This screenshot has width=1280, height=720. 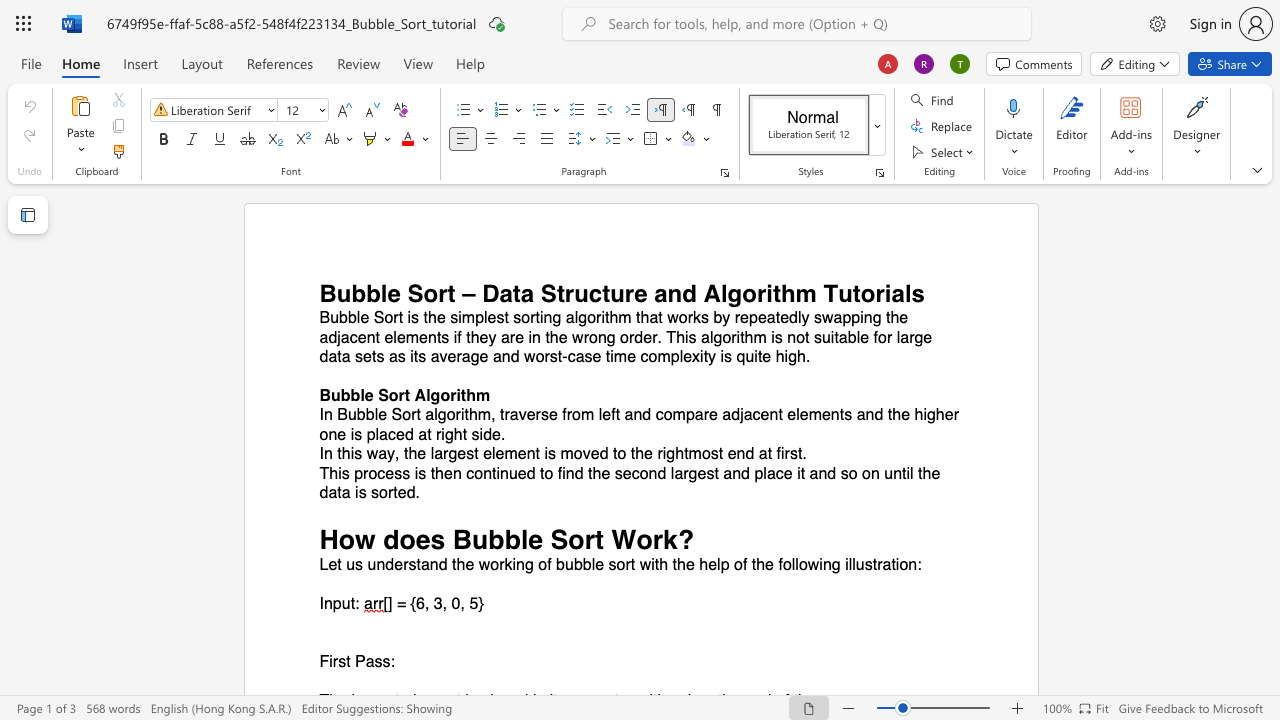 I want to click on the 1th character "3" in the text, so click(x=437, y=603).